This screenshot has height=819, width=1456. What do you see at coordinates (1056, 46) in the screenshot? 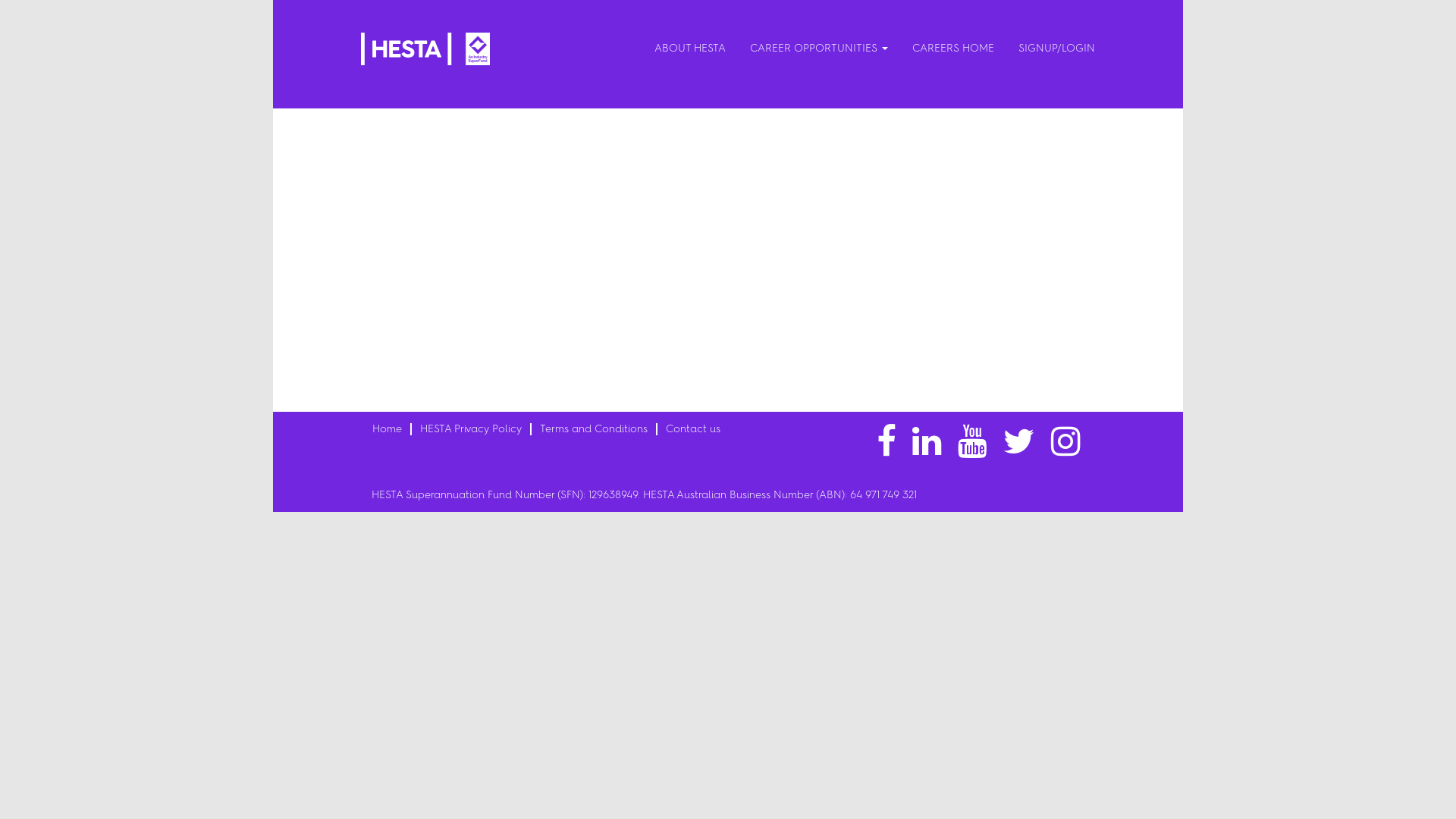
I see `'SIGNUP/LOGIN'` at bounding box center [1056, 46].